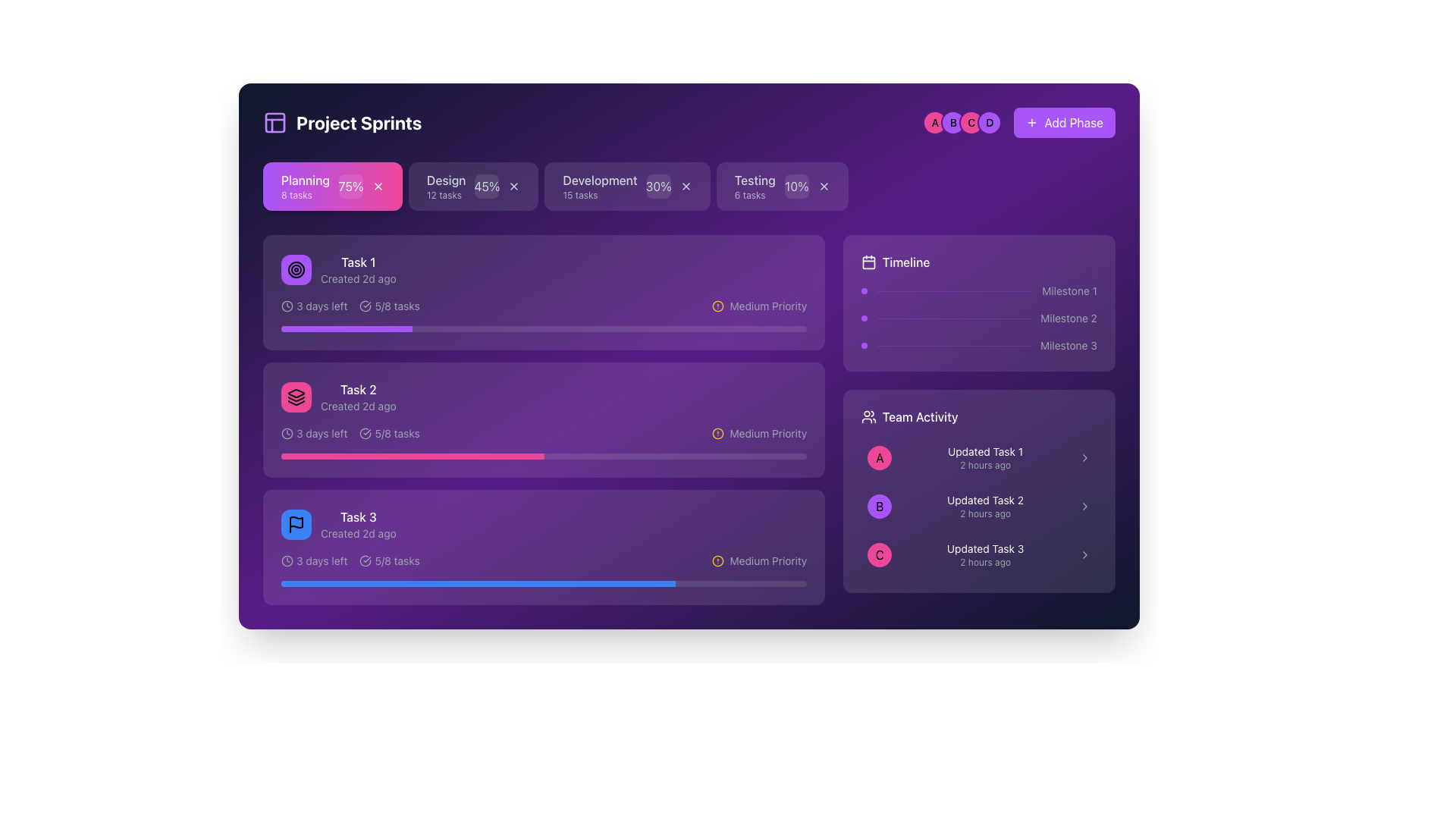 This screenshot has height=819, width=1456. Describe the element at coordinates (768, 433) in the screenshot. I see `displayed text 'Medium Priority' from the text label located on a purple background, positioned to the right of a circular amber warning icon` at that location.